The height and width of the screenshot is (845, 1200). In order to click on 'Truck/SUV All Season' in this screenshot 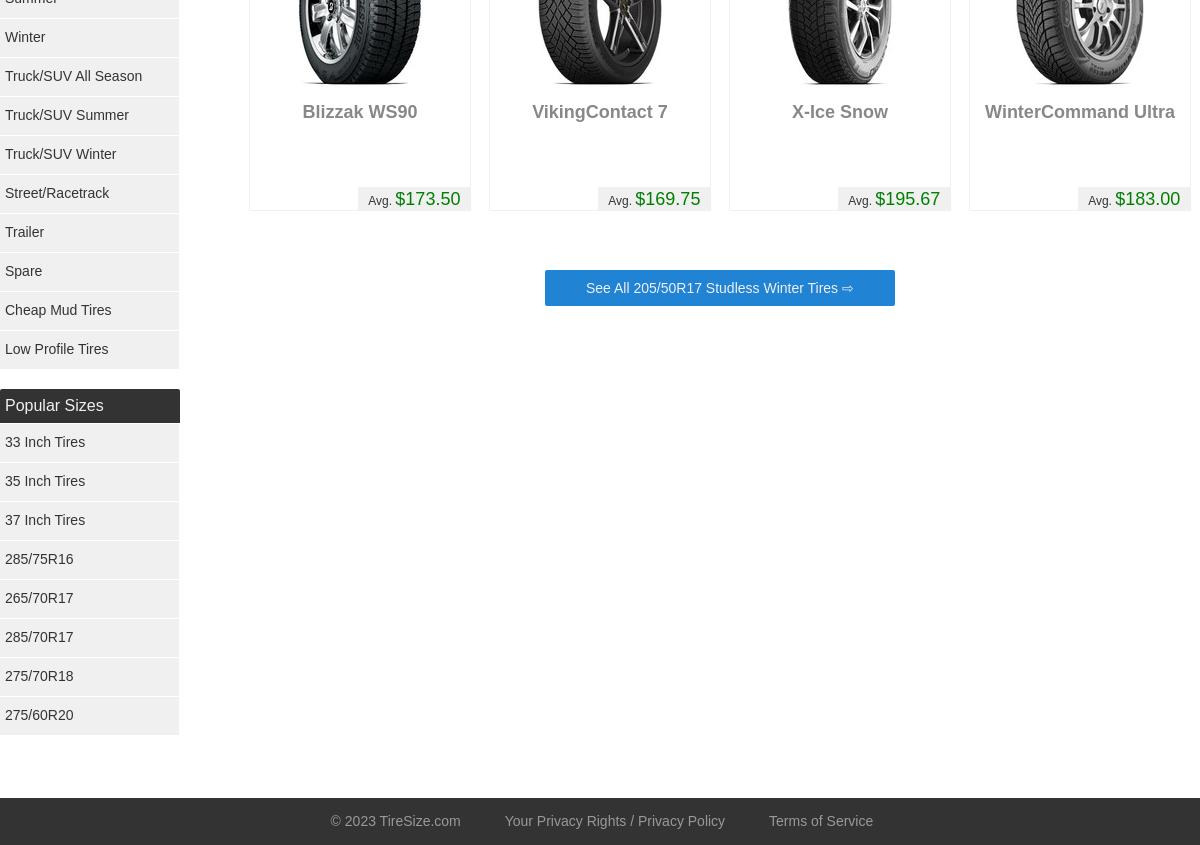, I will do `click(73, 74)`.